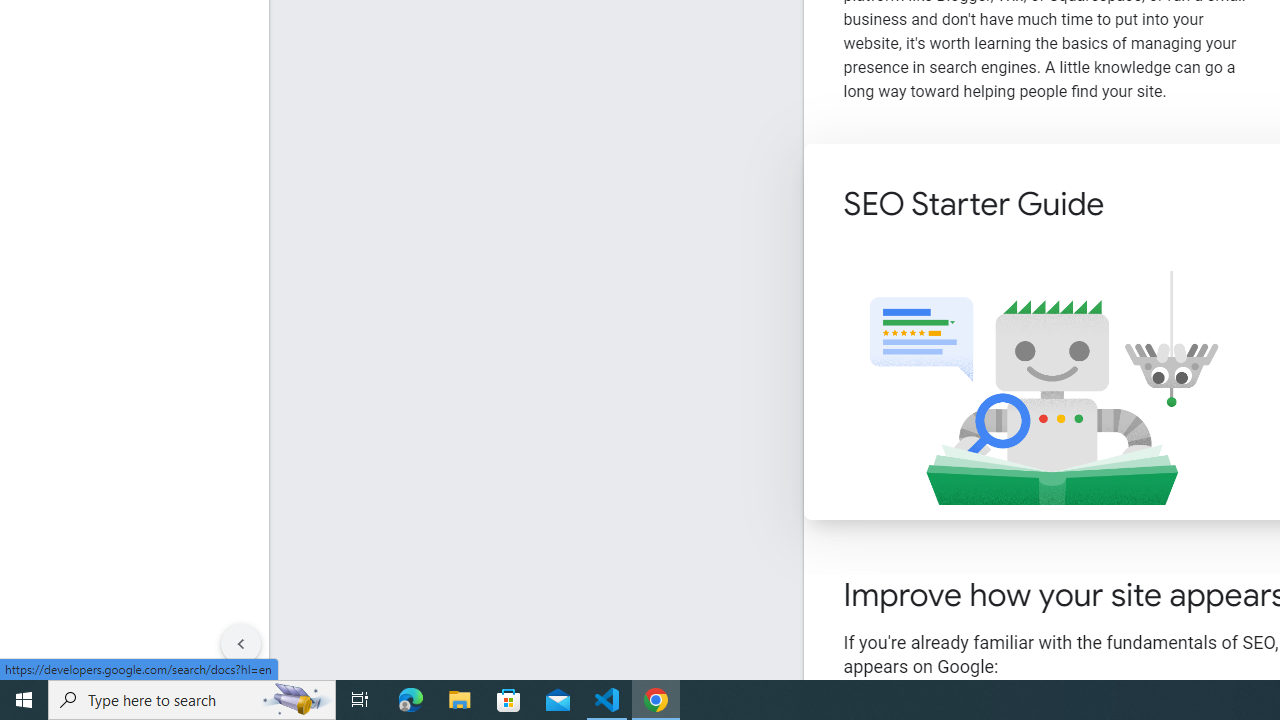  What do you see at coordinates (240, 644) in the screenshot?
I see `'Hide side navigation'` at bounding box center [240, 644].